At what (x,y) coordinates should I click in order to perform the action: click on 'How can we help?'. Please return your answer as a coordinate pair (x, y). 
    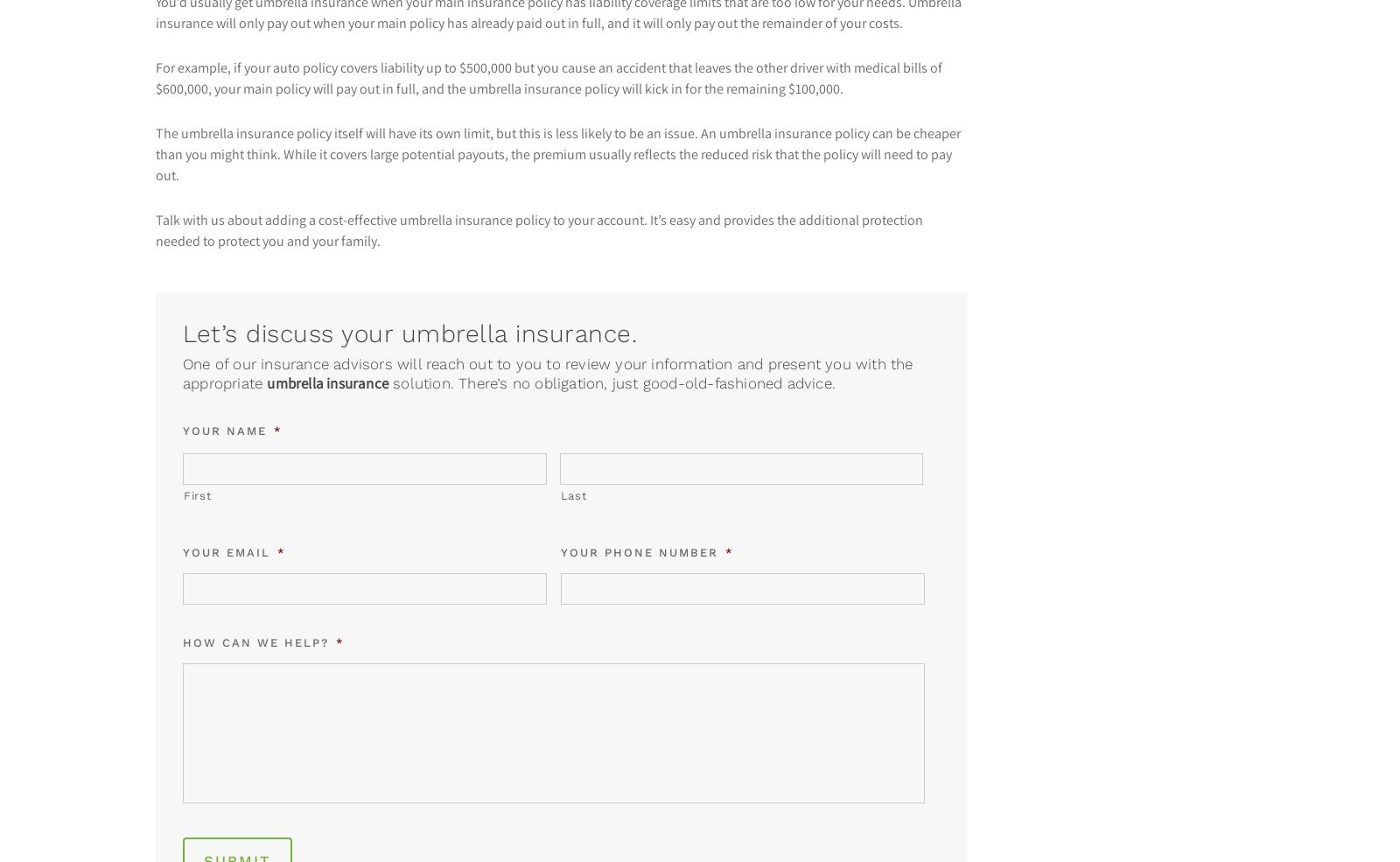
    Looking at the image, I should click on (255, 641).